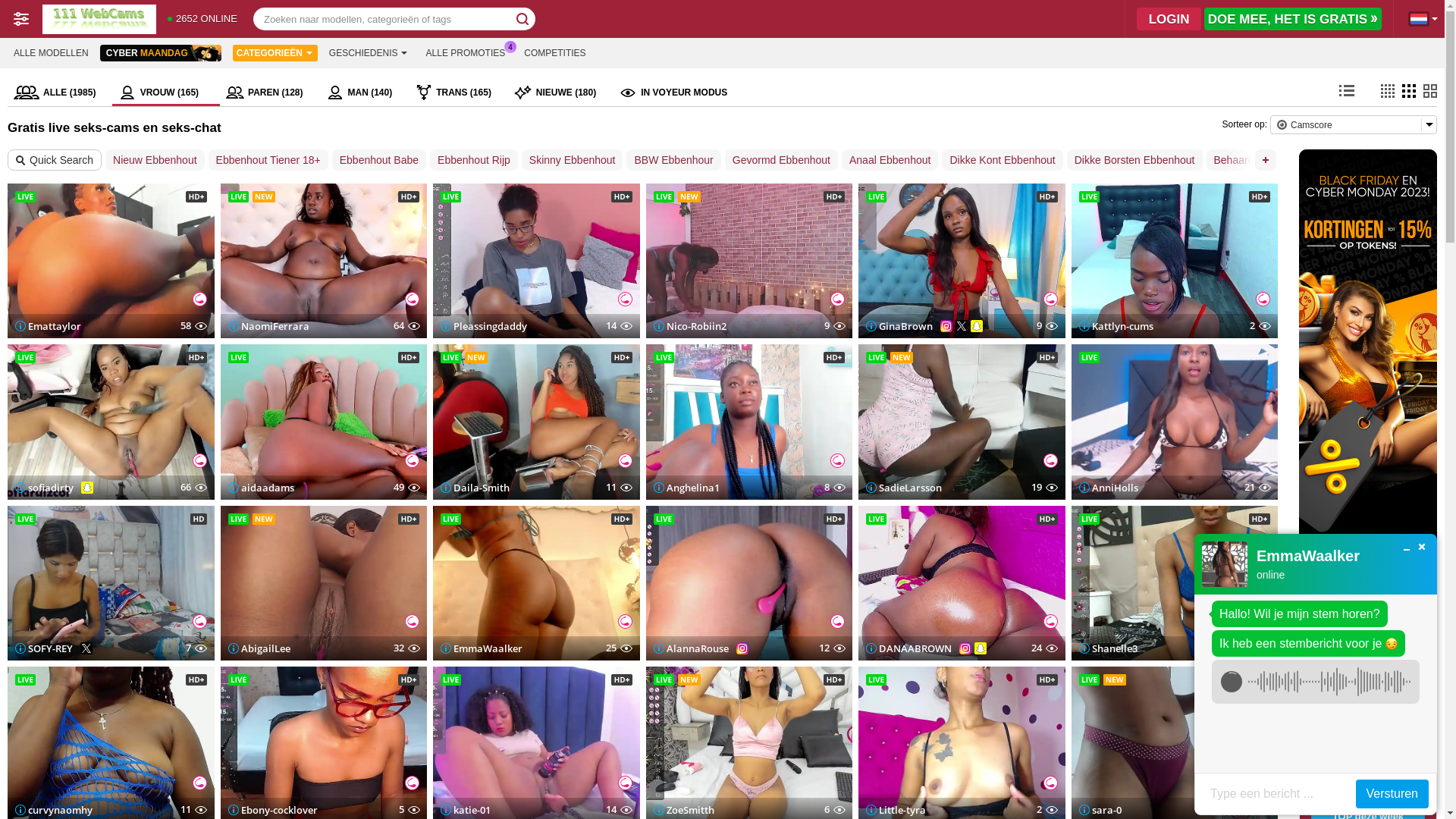 This screenshot has width=1456, height=819. I want to click on 'Gevormd Ebbenhout', so click(781, 160).